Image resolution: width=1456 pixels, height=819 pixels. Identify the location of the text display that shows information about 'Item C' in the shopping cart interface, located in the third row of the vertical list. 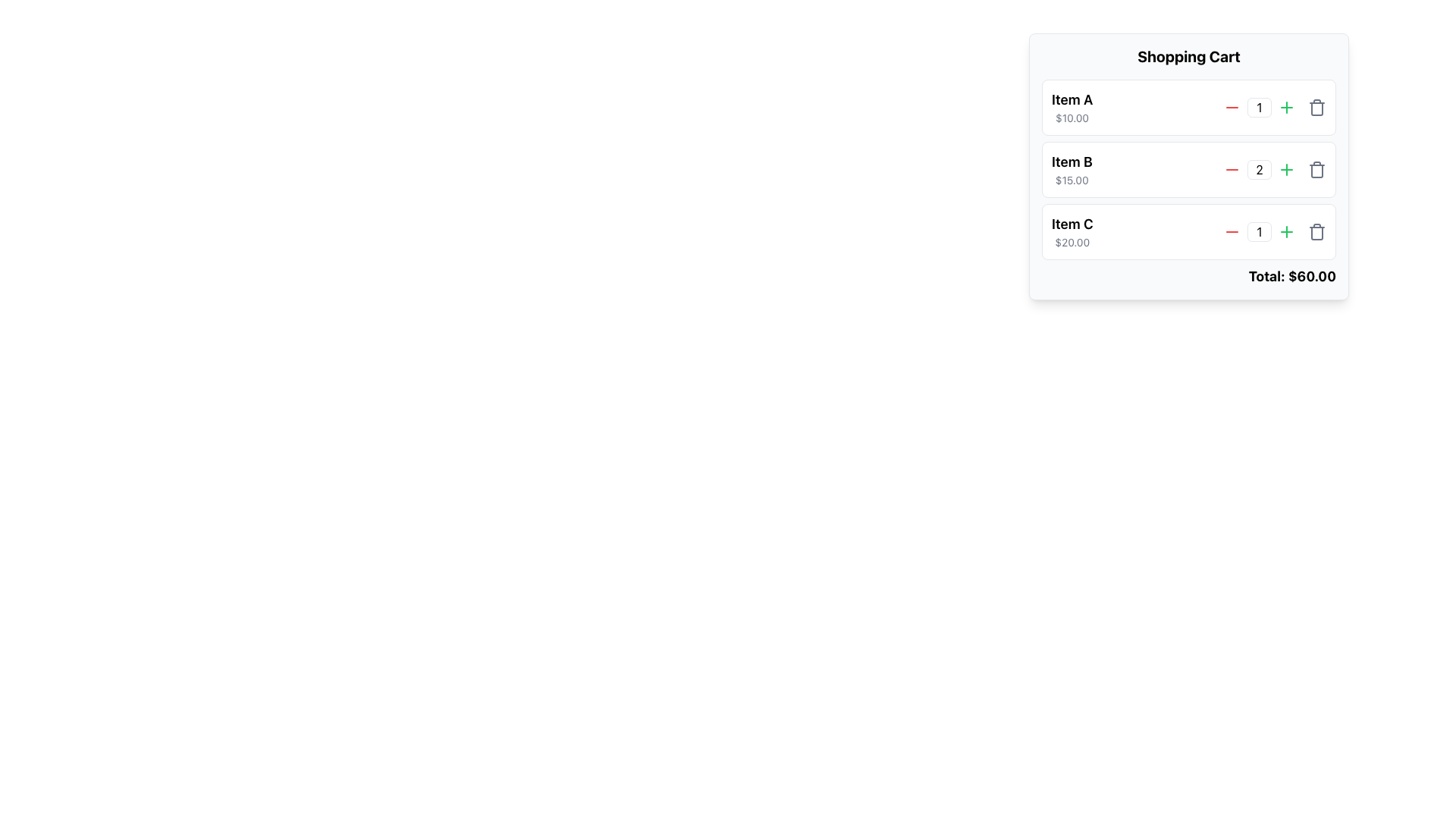
(1072, 231).